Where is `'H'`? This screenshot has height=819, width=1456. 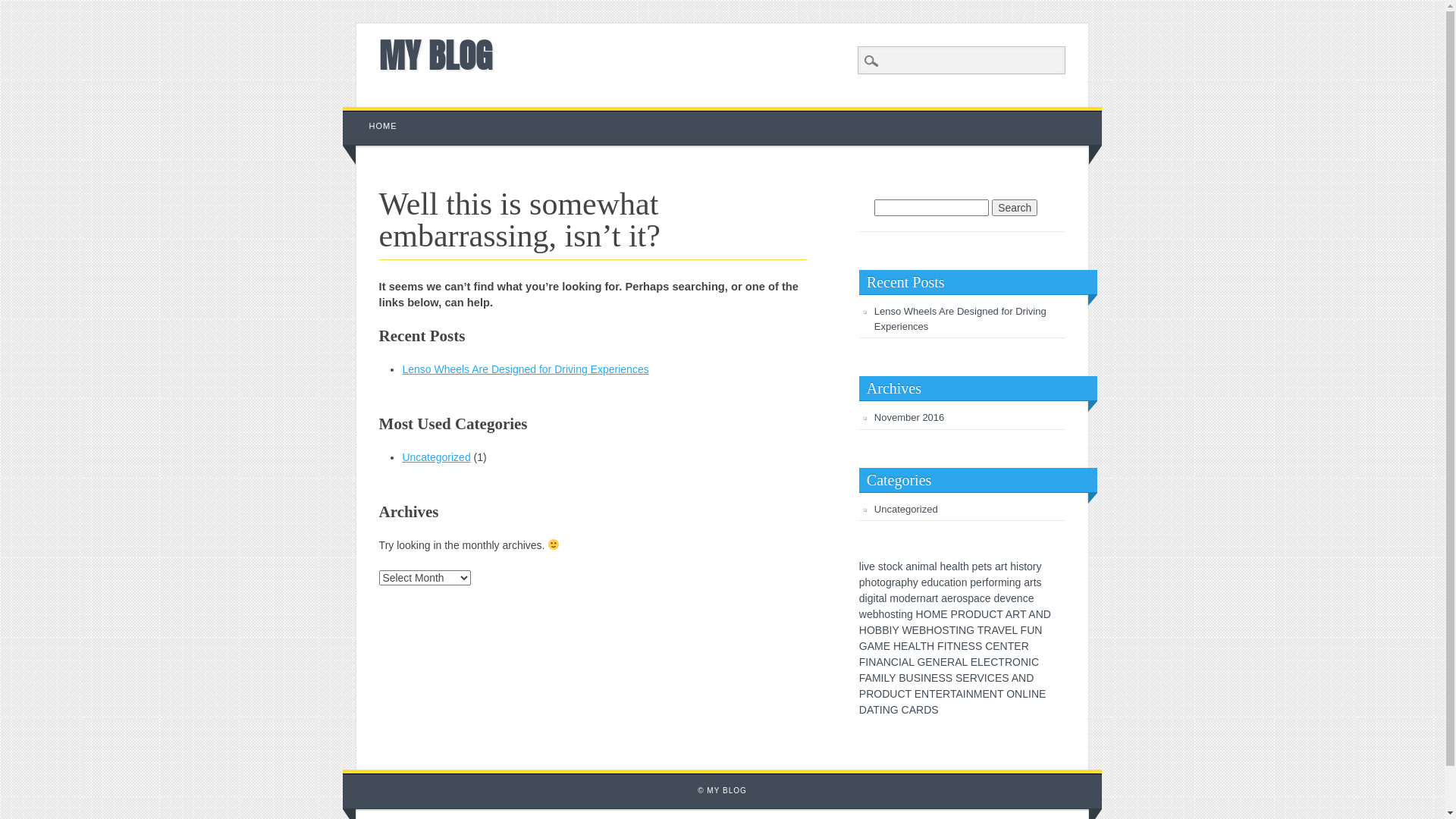 'H' is located at coordinates (930, 646).